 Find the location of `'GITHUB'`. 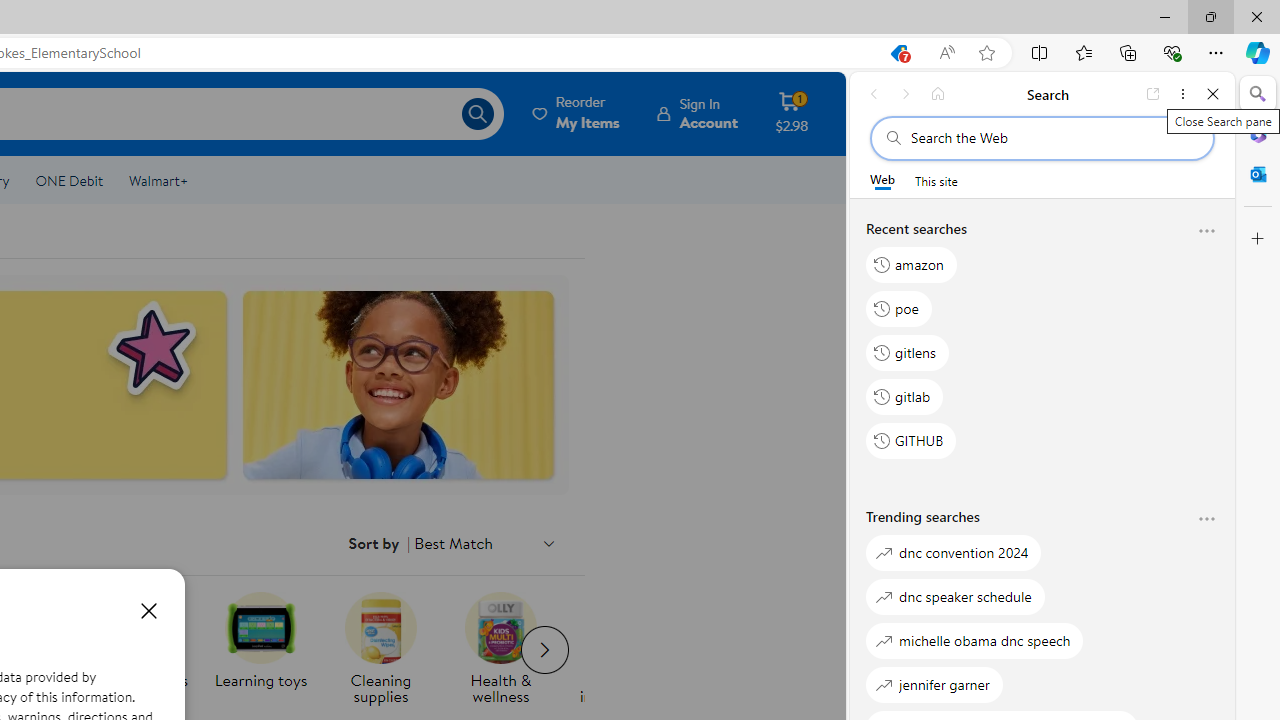

'GITHUB' is located at coordinates (911, 440).